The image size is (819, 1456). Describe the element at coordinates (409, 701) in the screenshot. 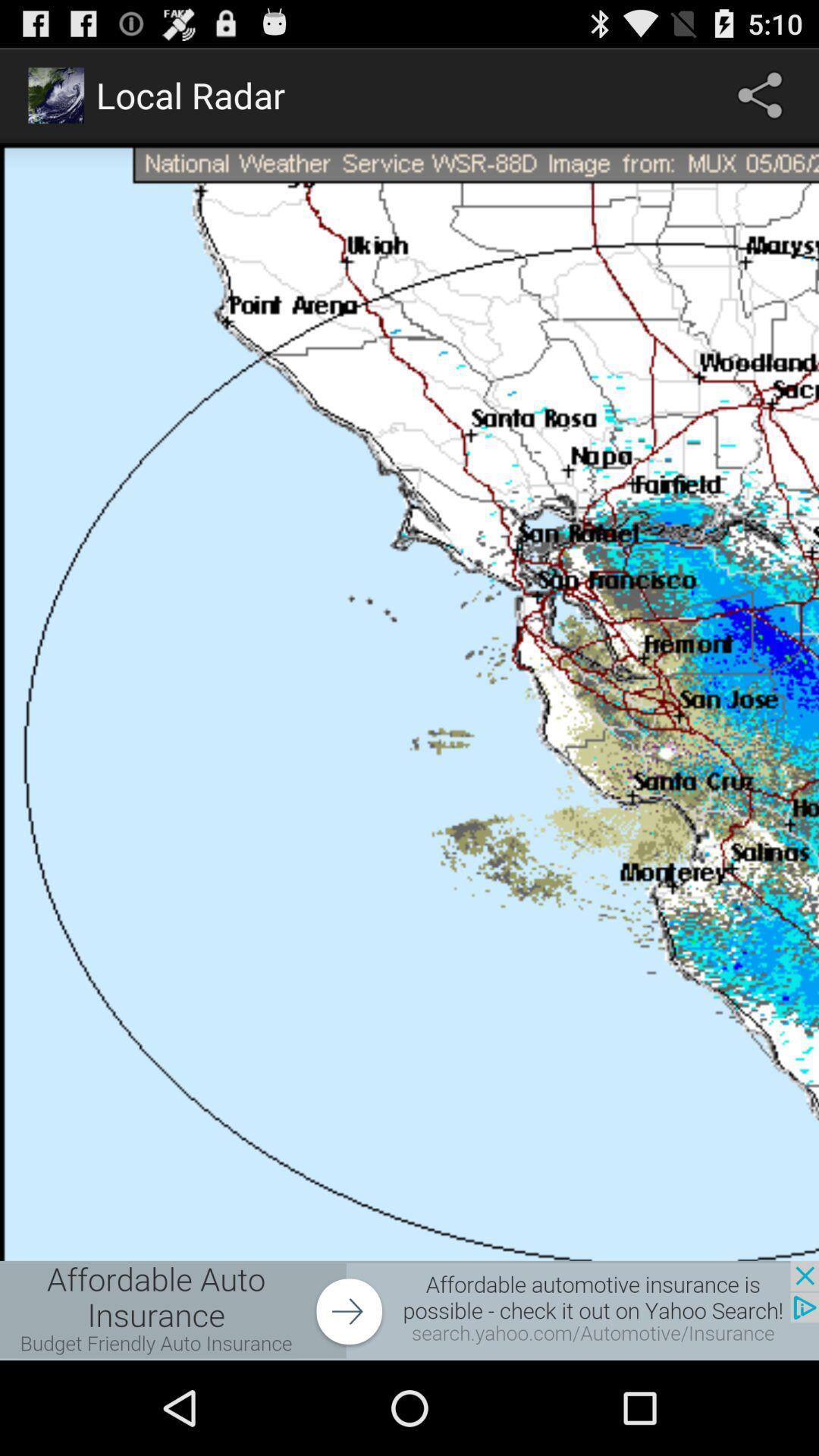

I see `app page` at that location.